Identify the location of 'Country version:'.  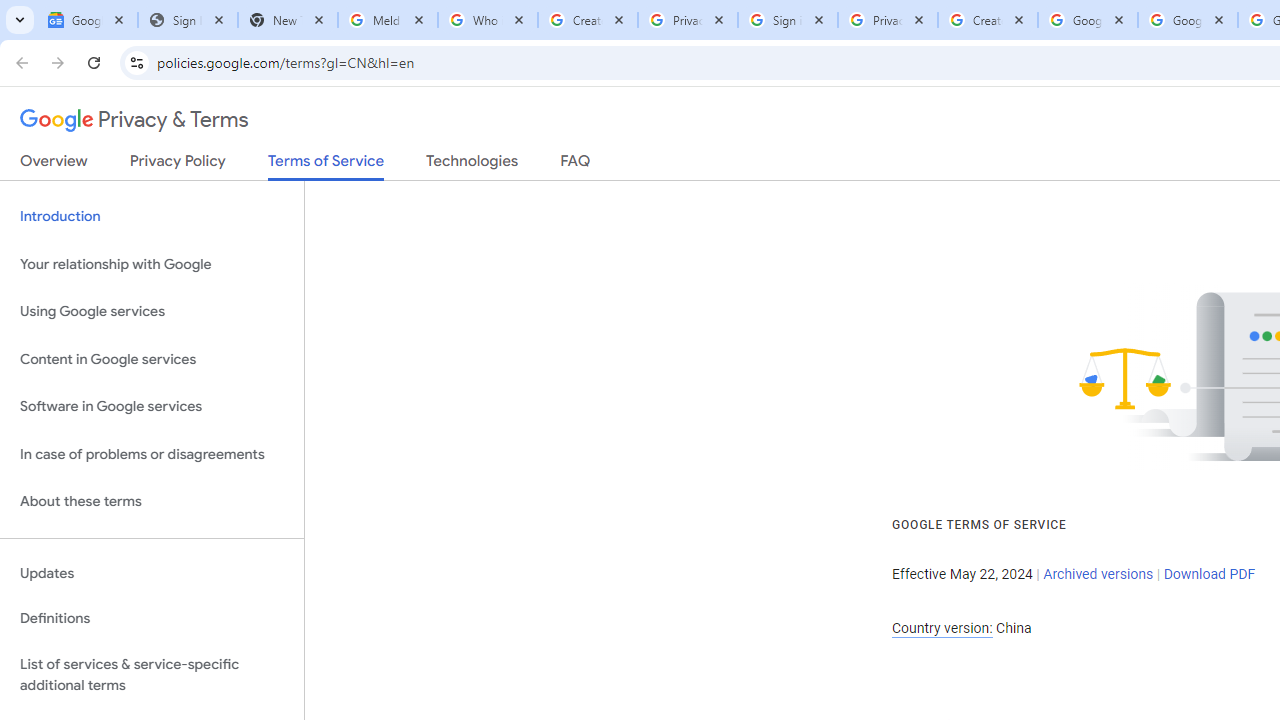
(941, 627).